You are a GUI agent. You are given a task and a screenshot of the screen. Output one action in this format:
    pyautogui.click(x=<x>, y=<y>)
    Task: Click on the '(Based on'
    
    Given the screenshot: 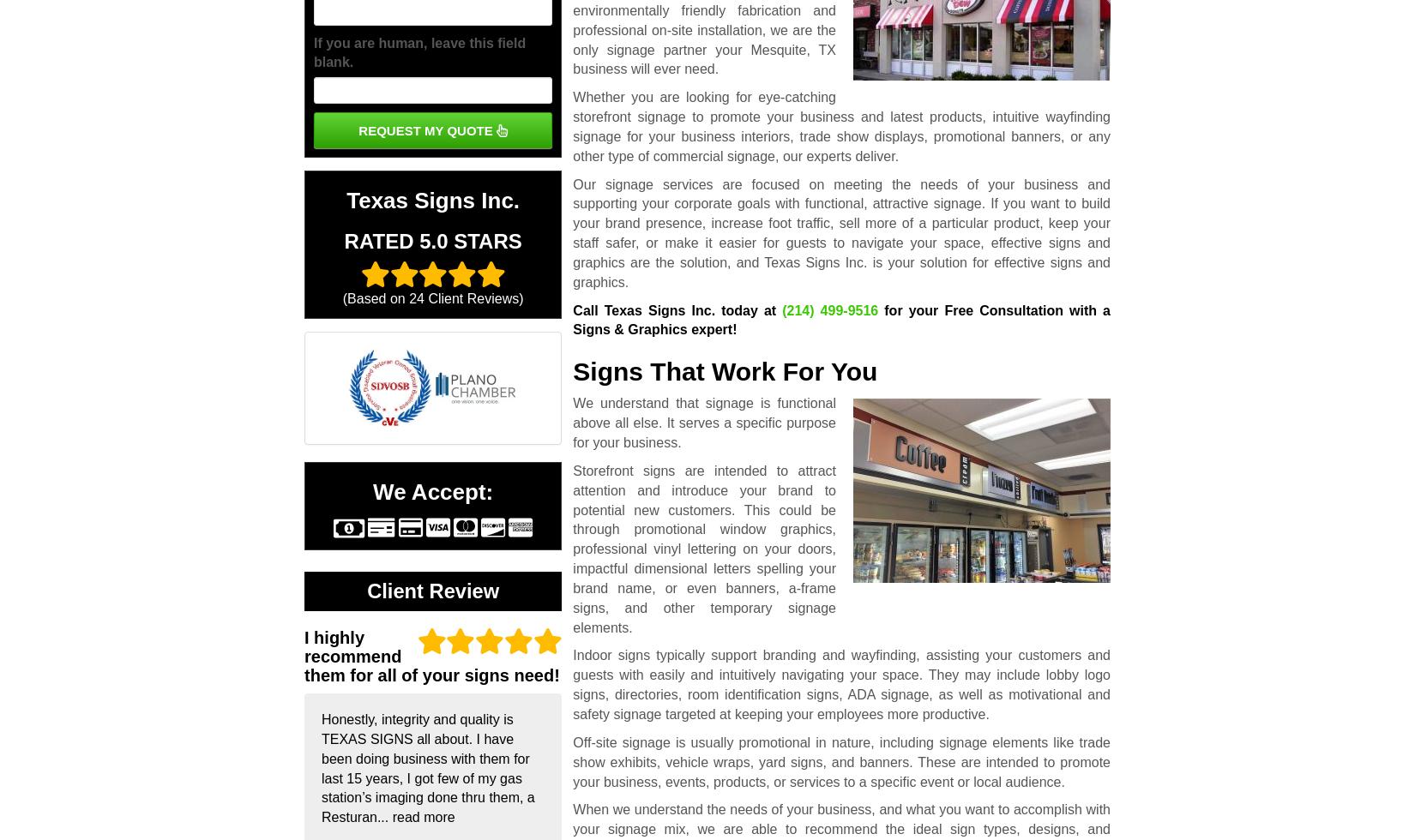 What is the action you would take?
    pyautogui.click(x=375, y=298)
    